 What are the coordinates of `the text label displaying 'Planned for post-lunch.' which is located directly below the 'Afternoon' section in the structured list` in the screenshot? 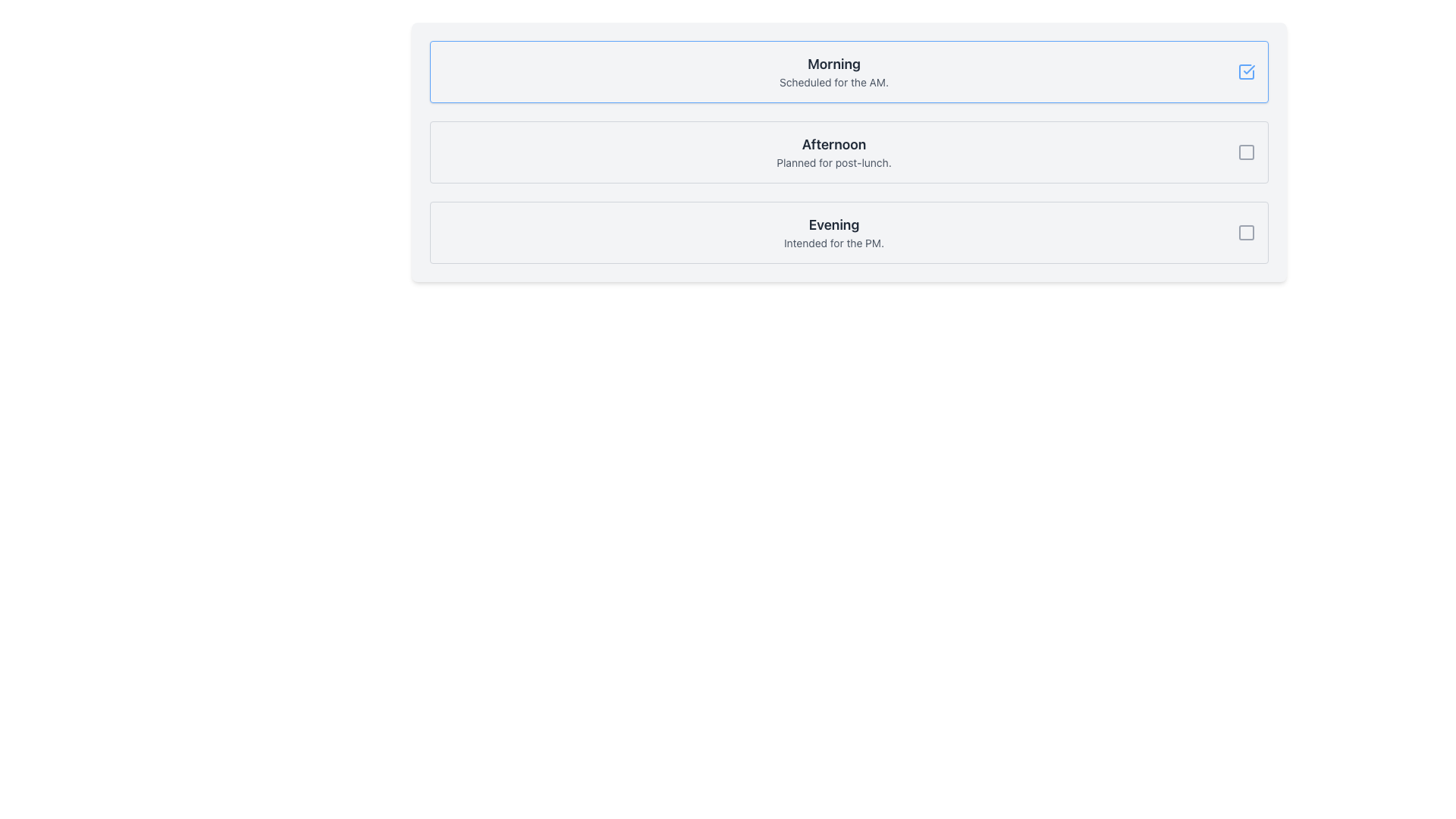 It's located at (833, 163).